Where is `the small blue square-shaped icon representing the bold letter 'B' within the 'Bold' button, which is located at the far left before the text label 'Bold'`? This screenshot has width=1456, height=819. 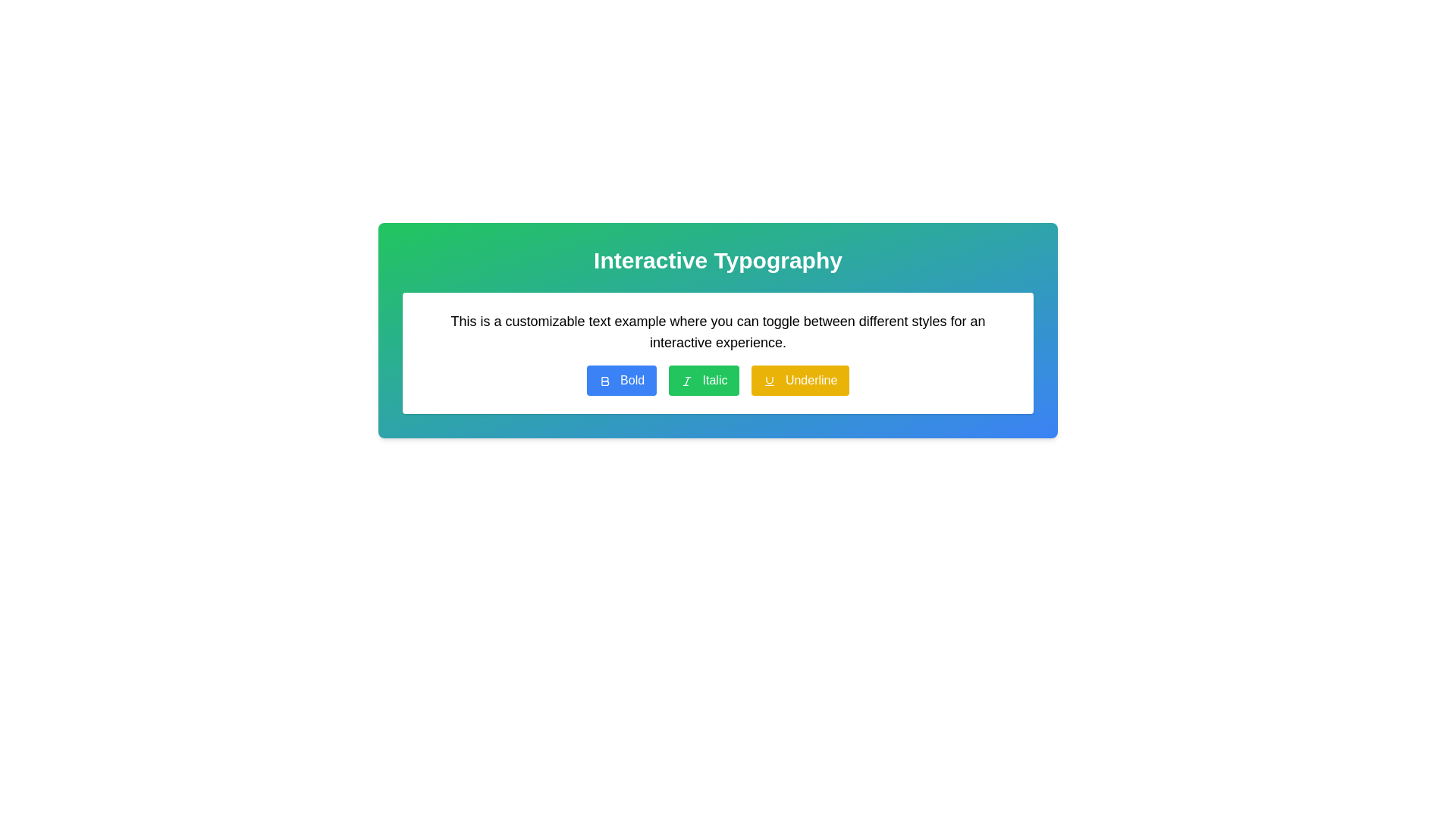
the small blue square-shaped icon representing the bold letter 'B' within the 'Bold' button, which is located at the far left before the text label 'Bold' is located at coordinates (604, 380).